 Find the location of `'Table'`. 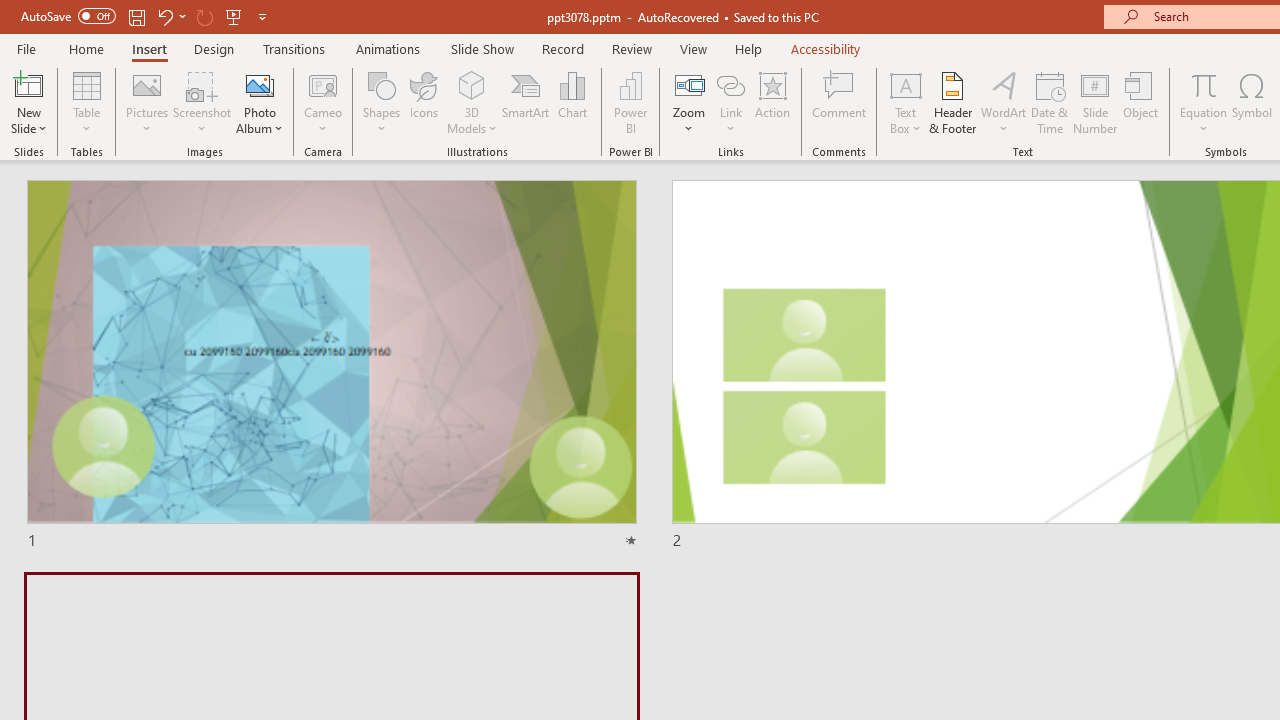

'Table' is located at coordinates (86, 103).